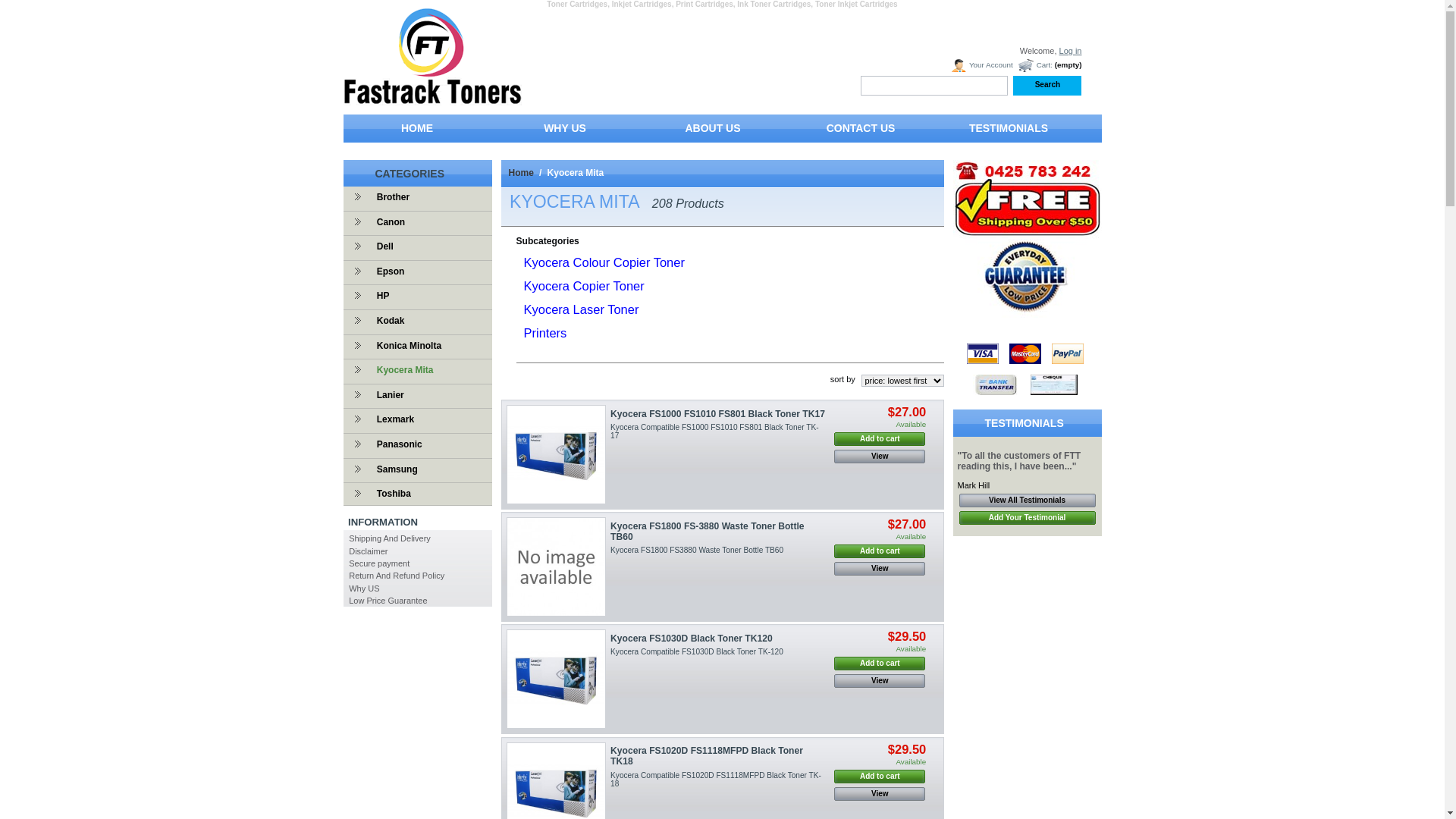 The height and width of the screenshot is (819, 1456). I want to click on 'Kyocera Copier Toner', so click(582, 286).